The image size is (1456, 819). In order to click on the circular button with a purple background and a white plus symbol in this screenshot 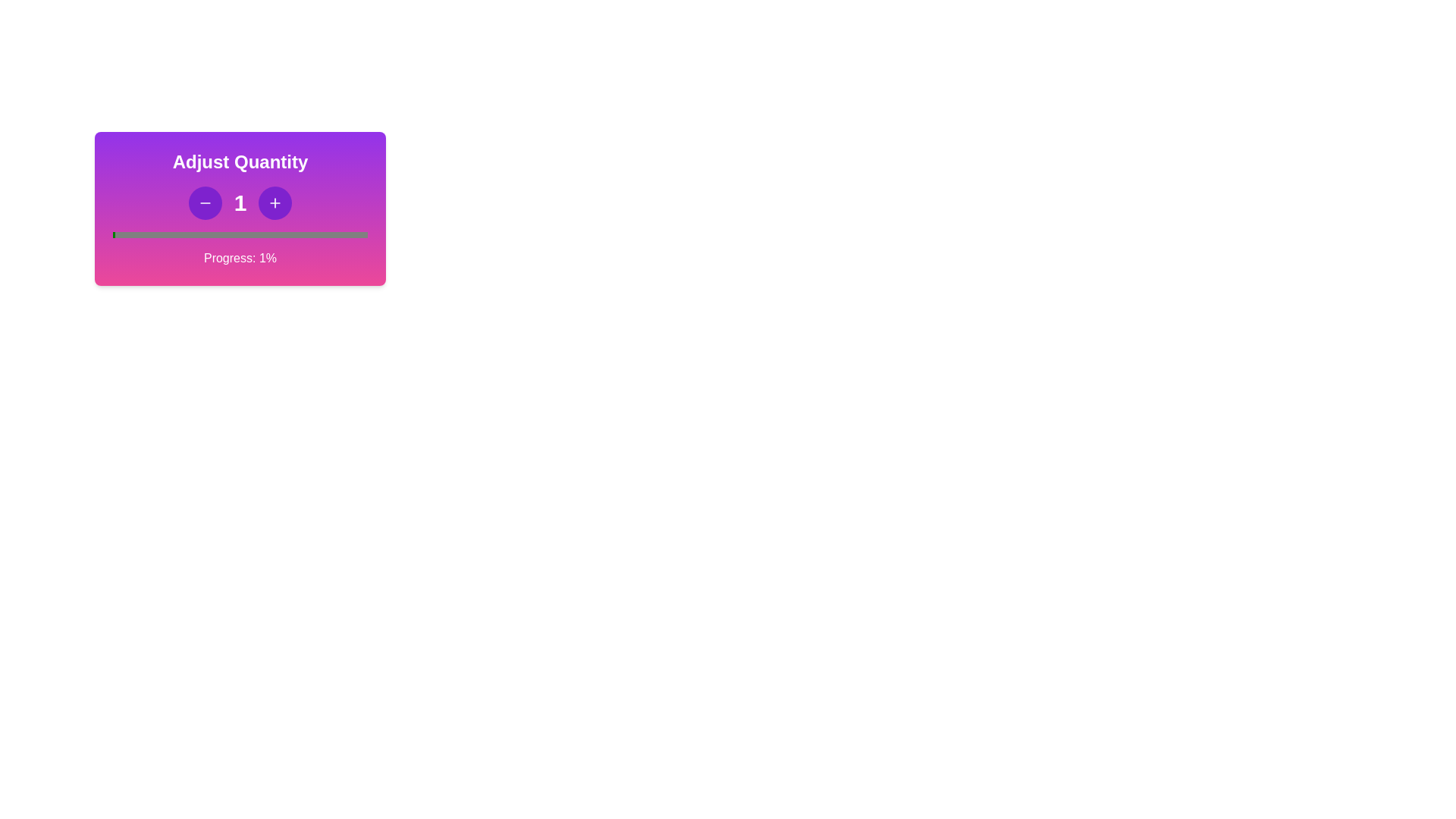, I will do `click(275, 202)`.